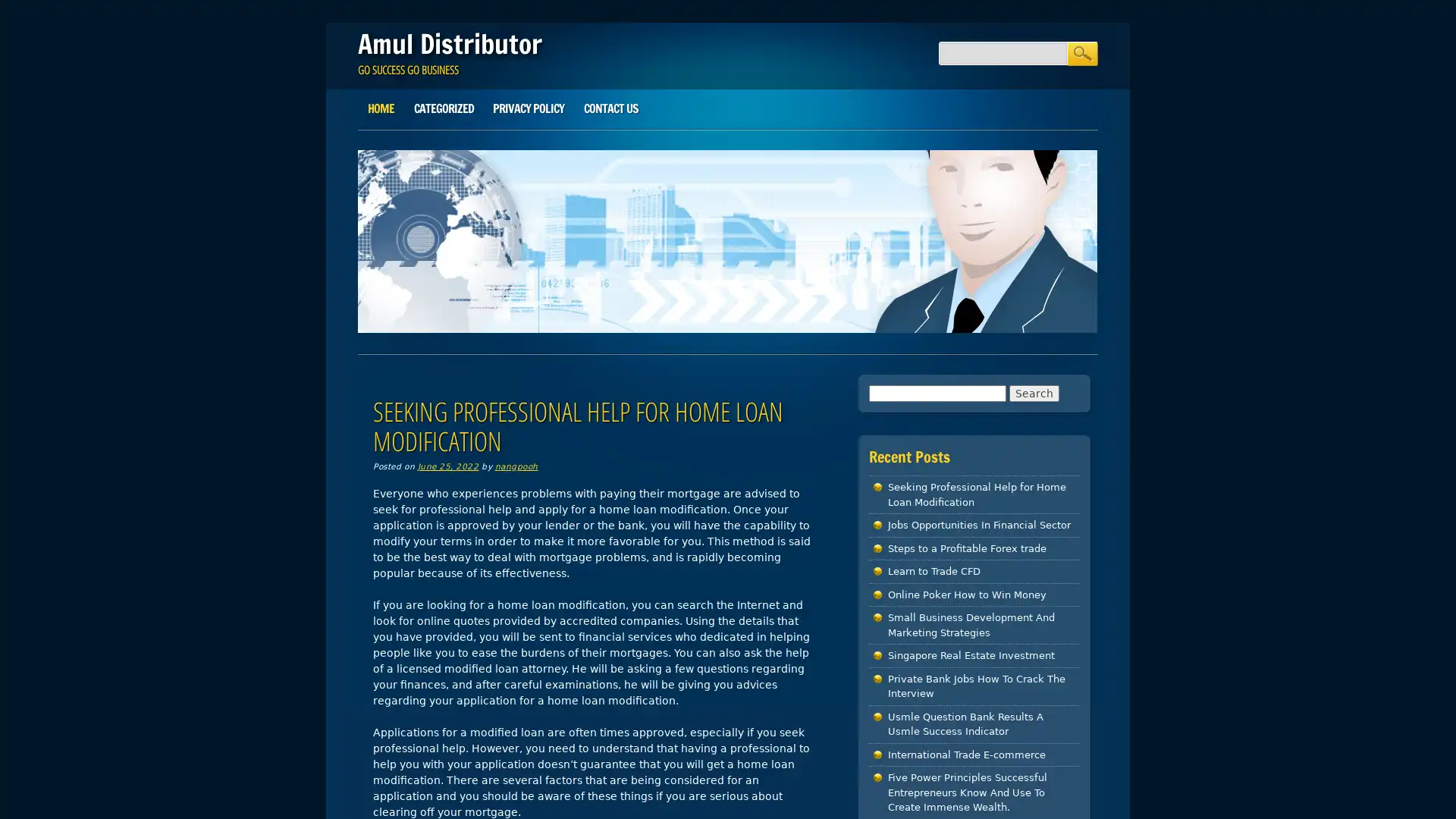  I want to click on Search, so click(1033, 391).